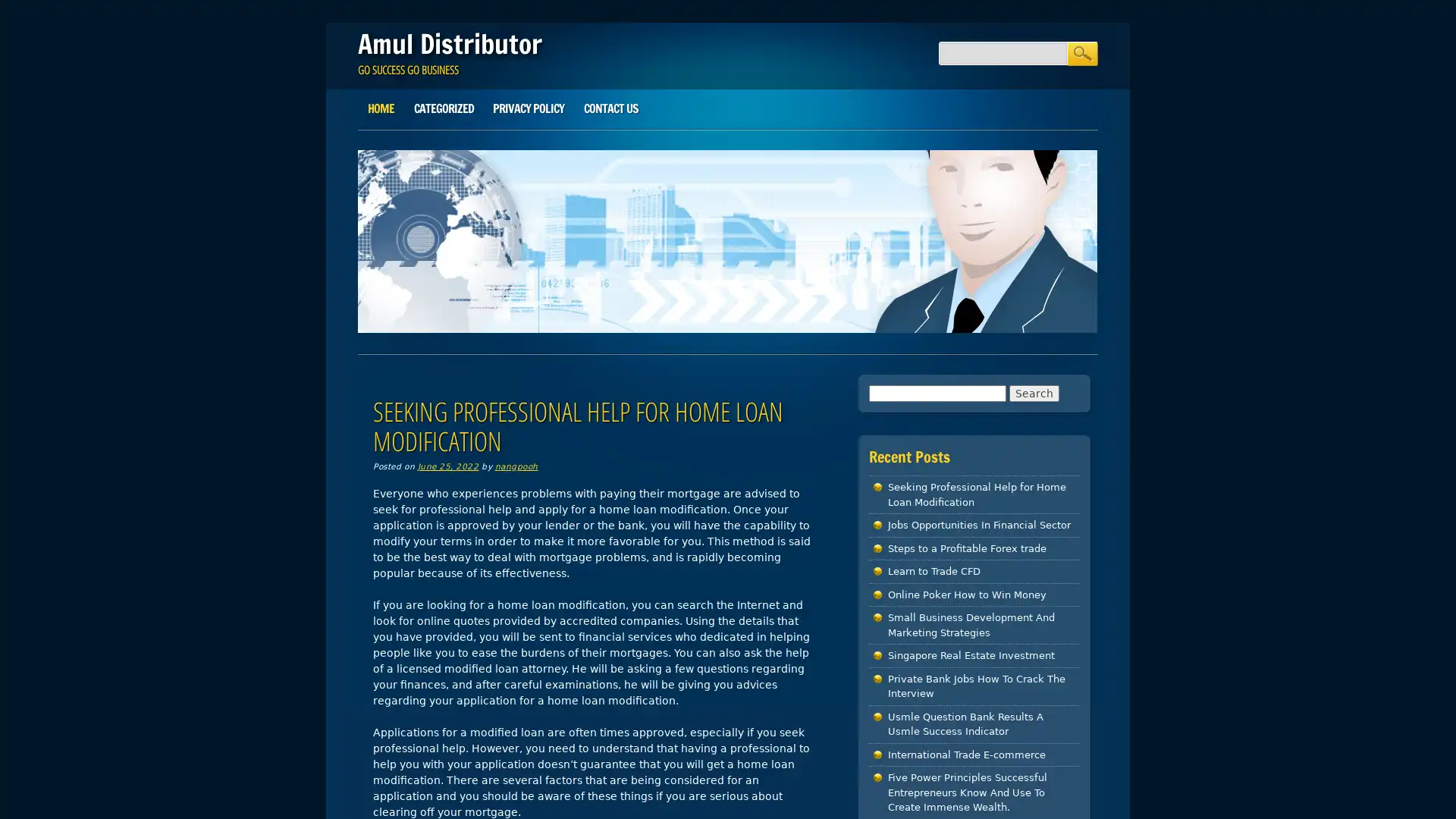  I want to click on Search, so click(1033, 391).